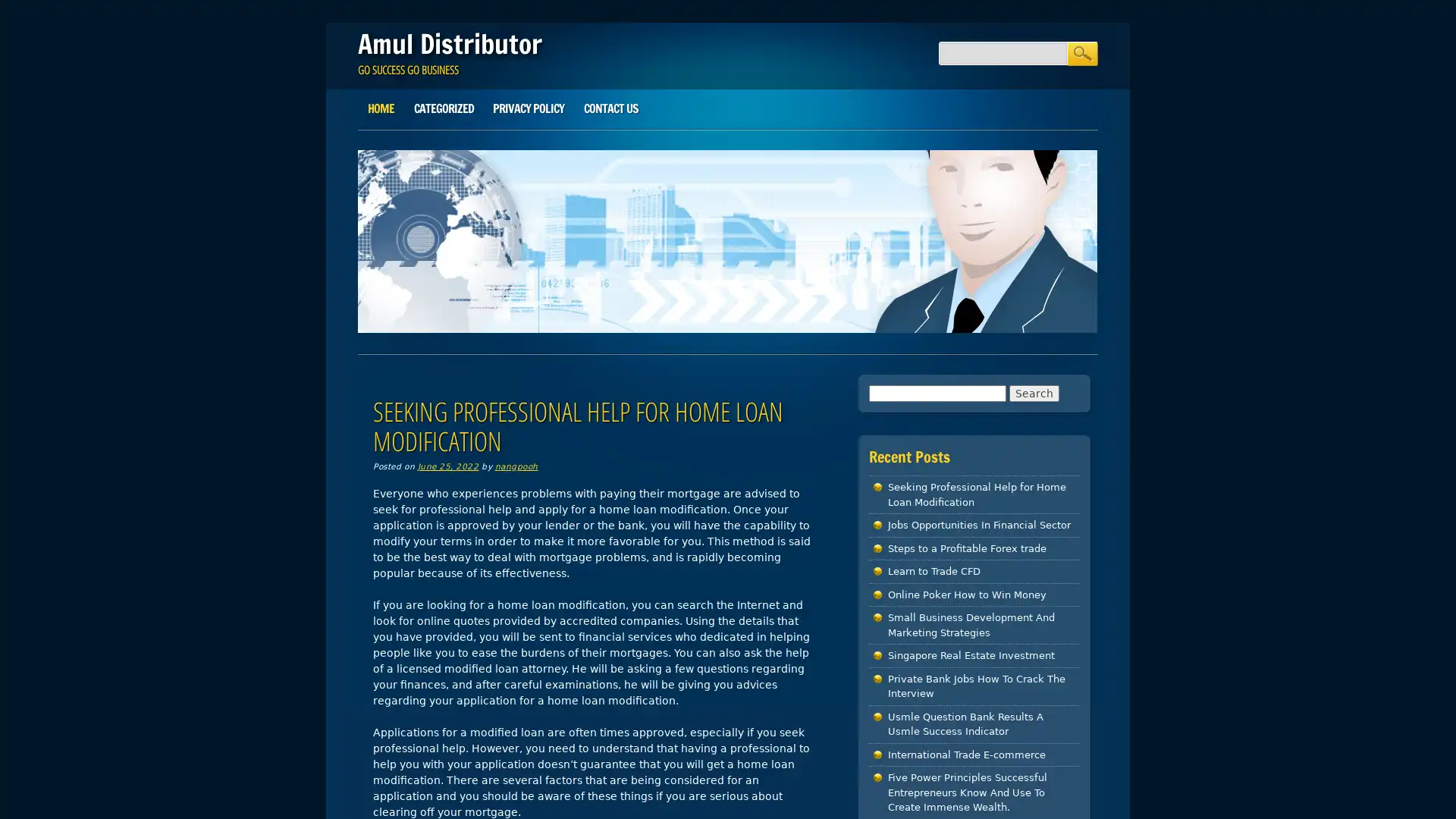  I want to click on Search, so click(1033, 391).